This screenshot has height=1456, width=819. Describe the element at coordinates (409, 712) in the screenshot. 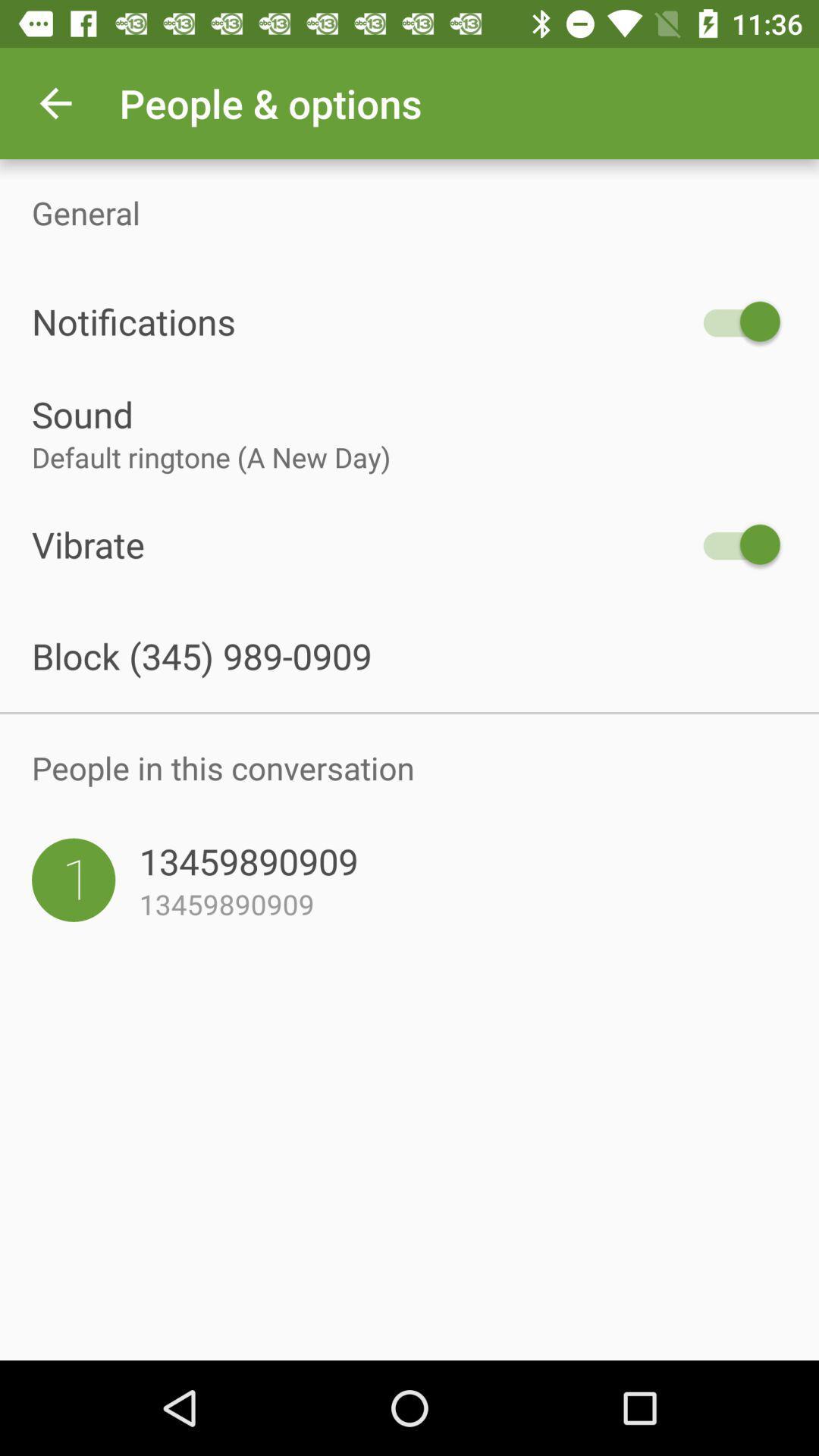

I see `the icon above people in this item` at that location.